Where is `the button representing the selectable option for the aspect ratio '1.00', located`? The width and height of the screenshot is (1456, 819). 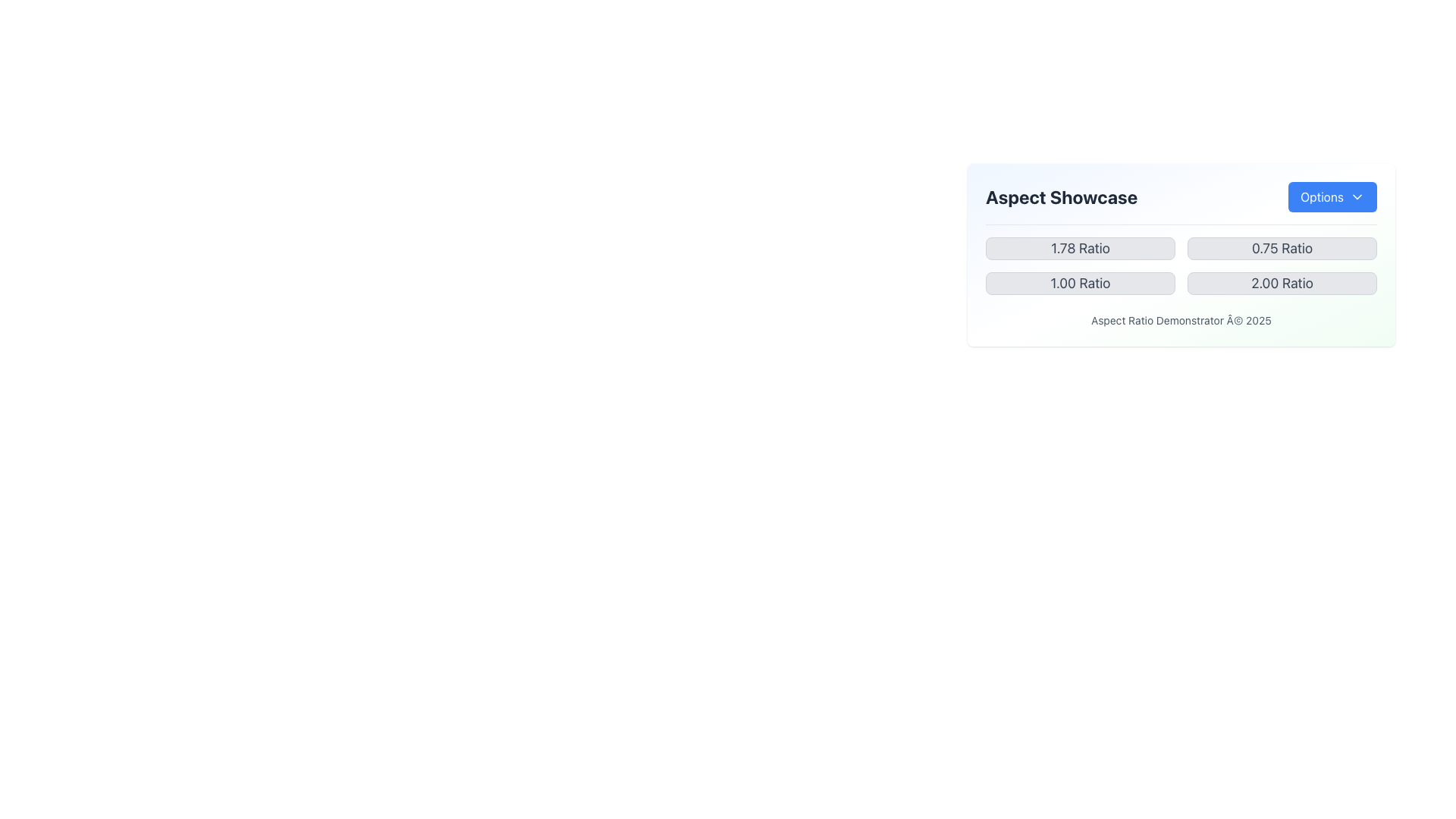 the button representing the selectable option for the aspect ratio '1.00', located is located at coordinates (1080, 284).